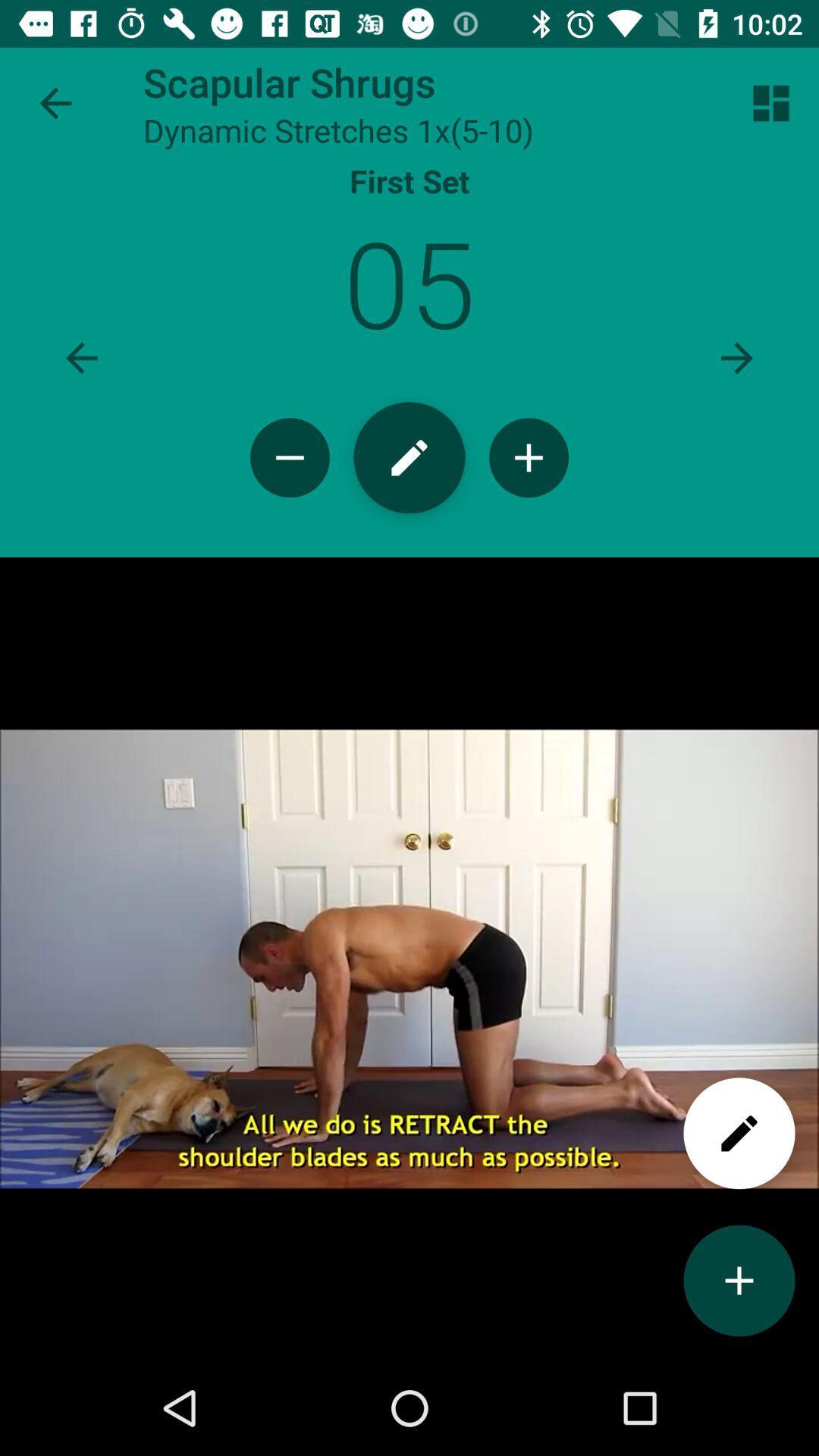  What do you see at coordinates (290, 490) in the screenshot?
I see `the minus icon` at bounding box center [290, 490].